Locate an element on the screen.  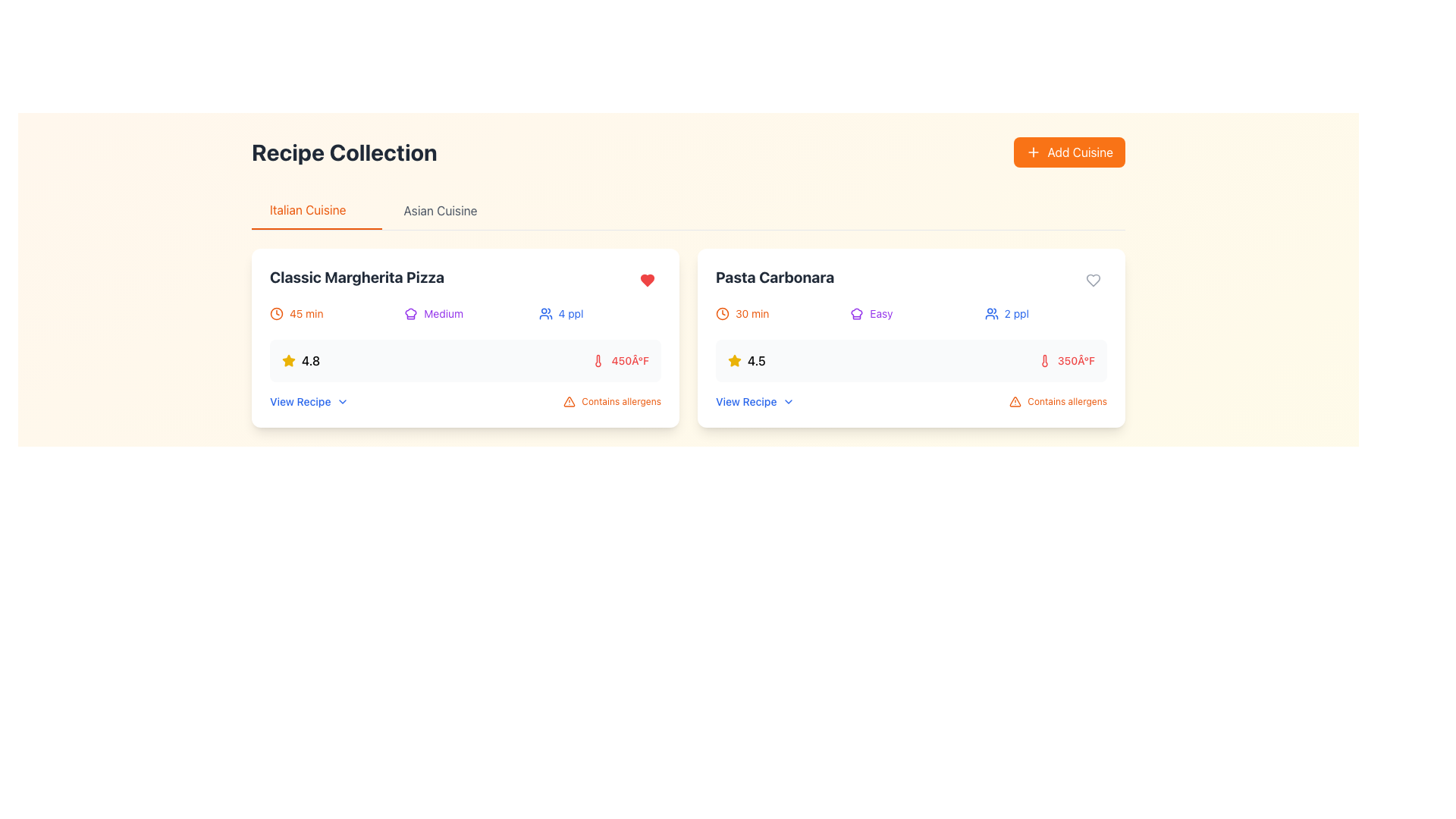
the yellow star-shaped icon that signifies a rating of '4.5', located to the left of the numerical rating in the 'Pasta Carbonara' card is located at coordinates (735, 360).